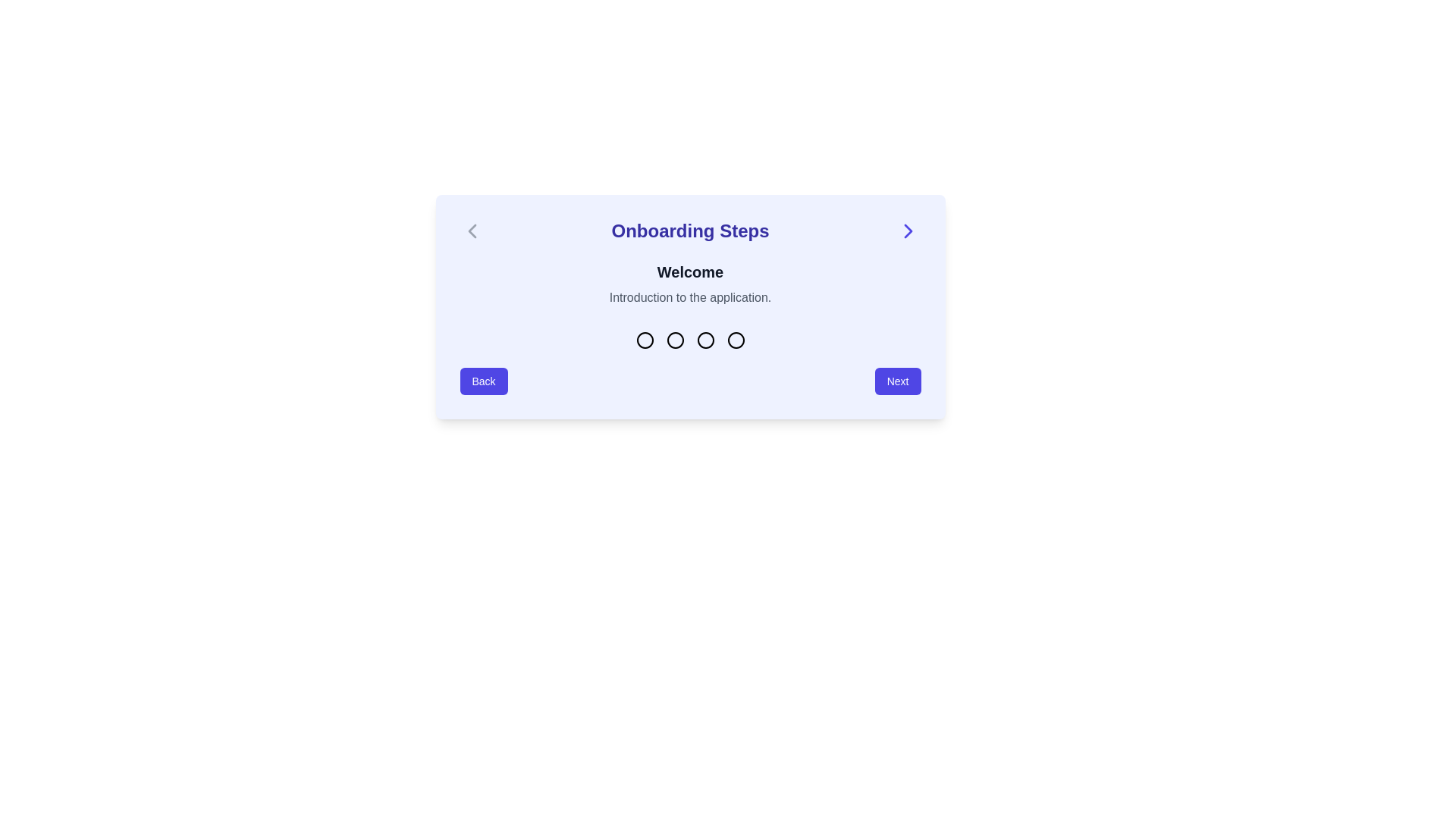  Describe the element at coordinates (704, 339) in the screenshot. I see `the third circular progress indicator dot, which is part of a horizontal group of four circles located centrally beneath the heading 'Onboarding Steps'` at that location.